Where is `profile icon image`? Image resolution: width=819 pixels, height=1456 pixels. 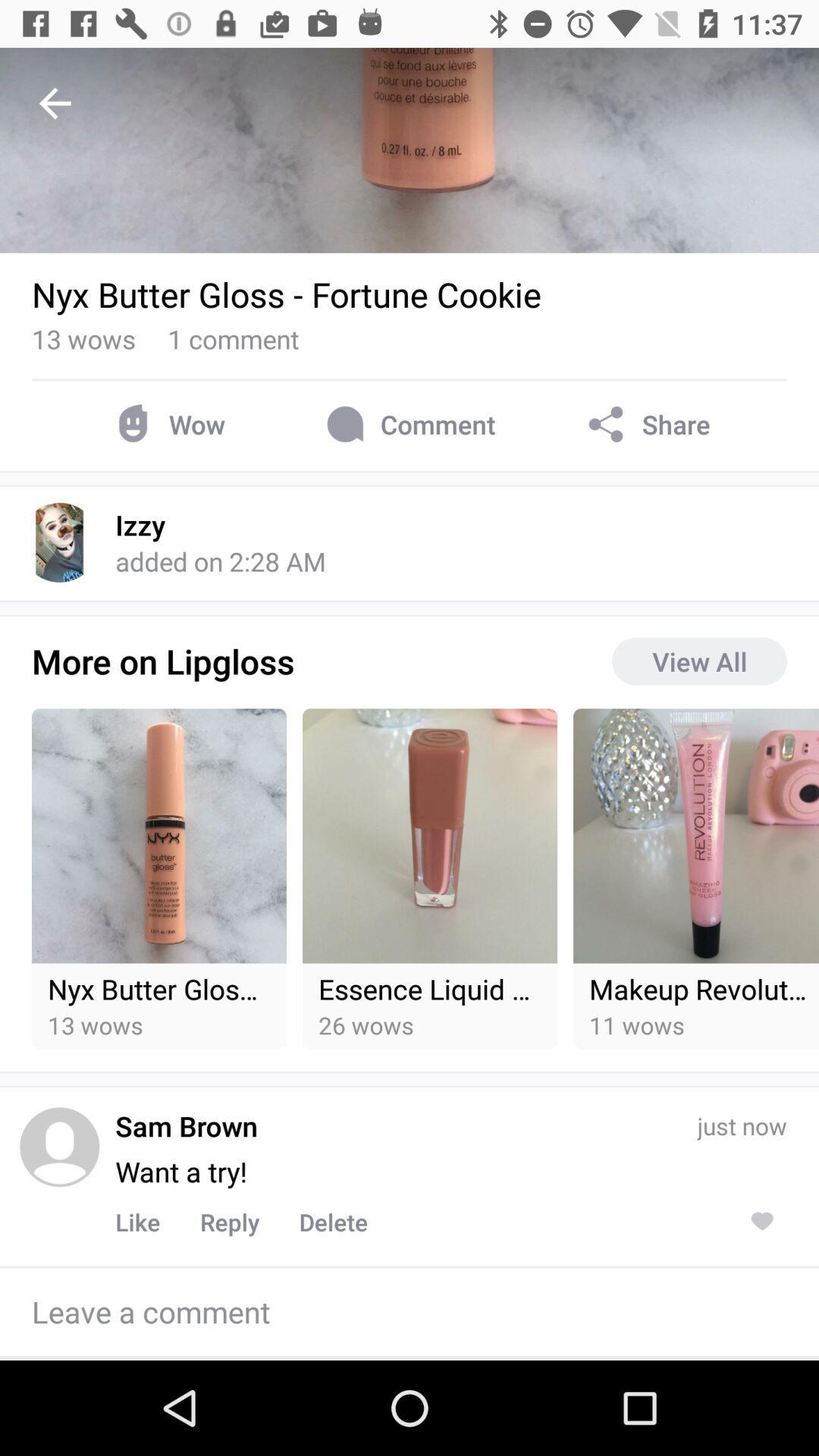 profile icon image is located at coordinates (58, 1147).